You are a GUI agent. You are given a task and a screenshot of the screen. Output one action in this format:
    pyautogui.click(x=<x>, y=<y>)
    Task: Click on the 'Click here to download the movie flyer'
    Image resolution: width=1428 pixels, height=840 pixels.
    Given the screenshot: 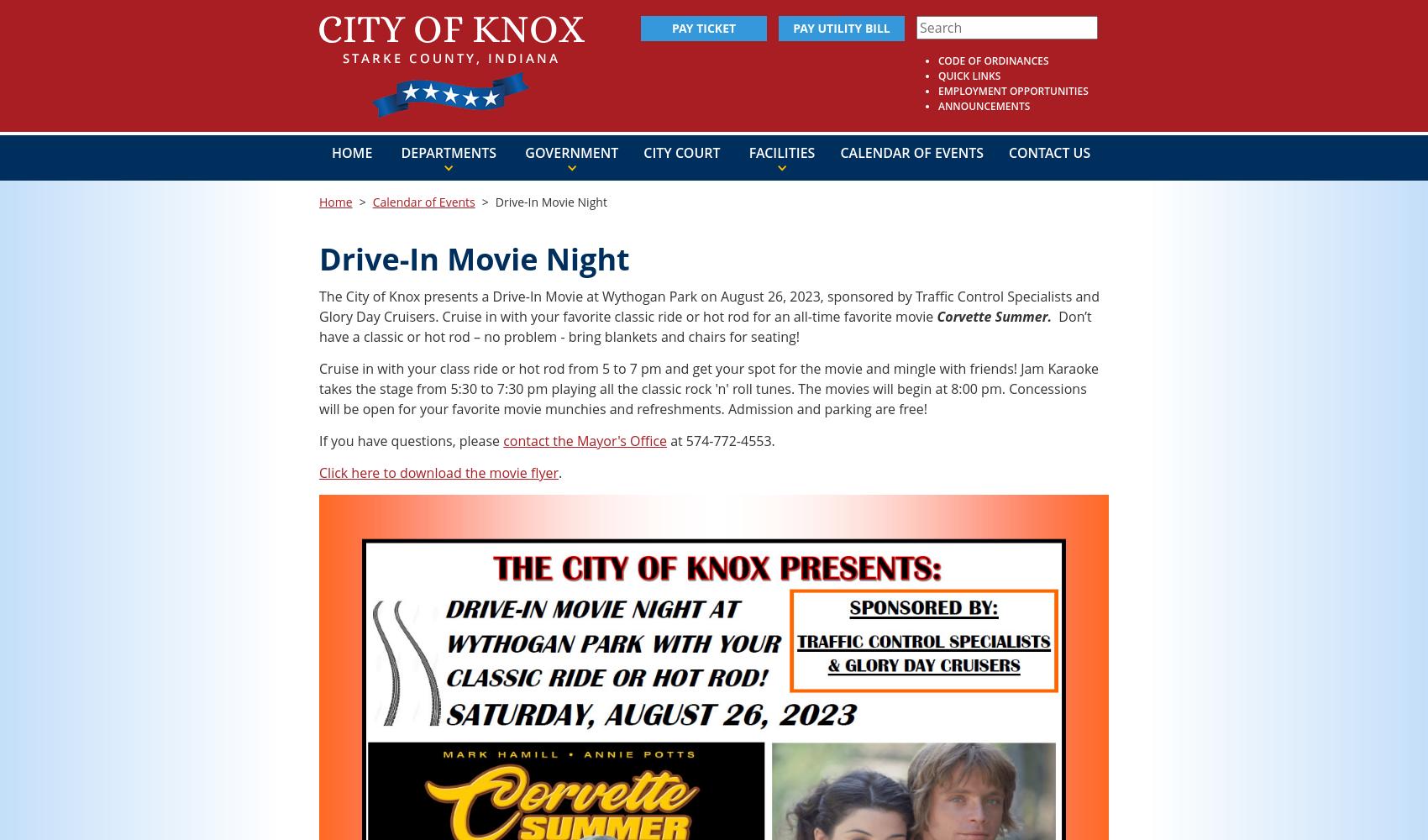 What is the action you would take?
    pyautogui.click(x=438, y=472)
    